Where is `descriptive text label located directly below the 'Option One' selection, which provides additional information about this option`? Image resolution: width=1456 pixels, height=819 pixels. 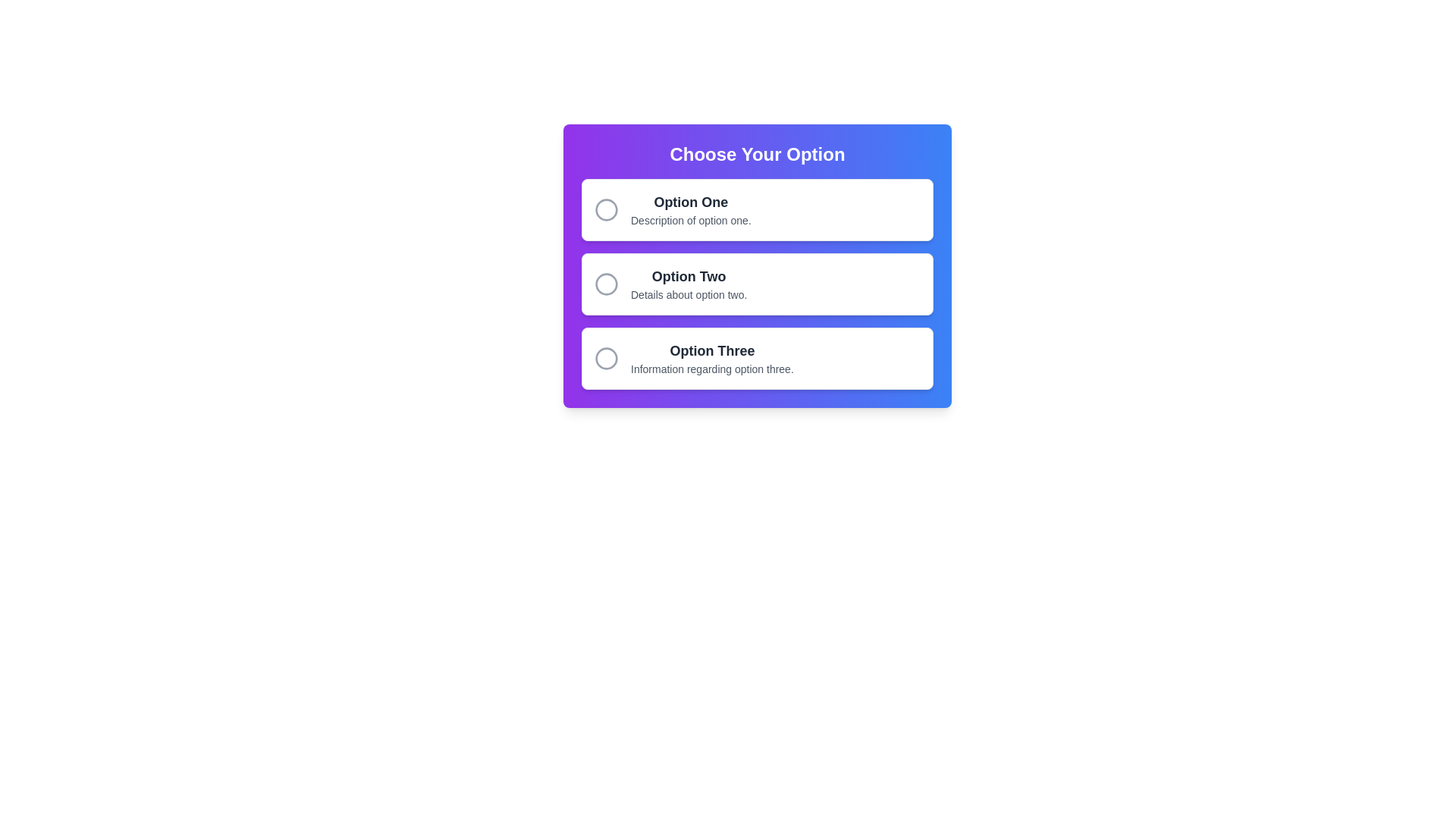
descriptive text label located directly below the 'Option One' selection, which provides additional information about this option is located at coordinates (690, 220).